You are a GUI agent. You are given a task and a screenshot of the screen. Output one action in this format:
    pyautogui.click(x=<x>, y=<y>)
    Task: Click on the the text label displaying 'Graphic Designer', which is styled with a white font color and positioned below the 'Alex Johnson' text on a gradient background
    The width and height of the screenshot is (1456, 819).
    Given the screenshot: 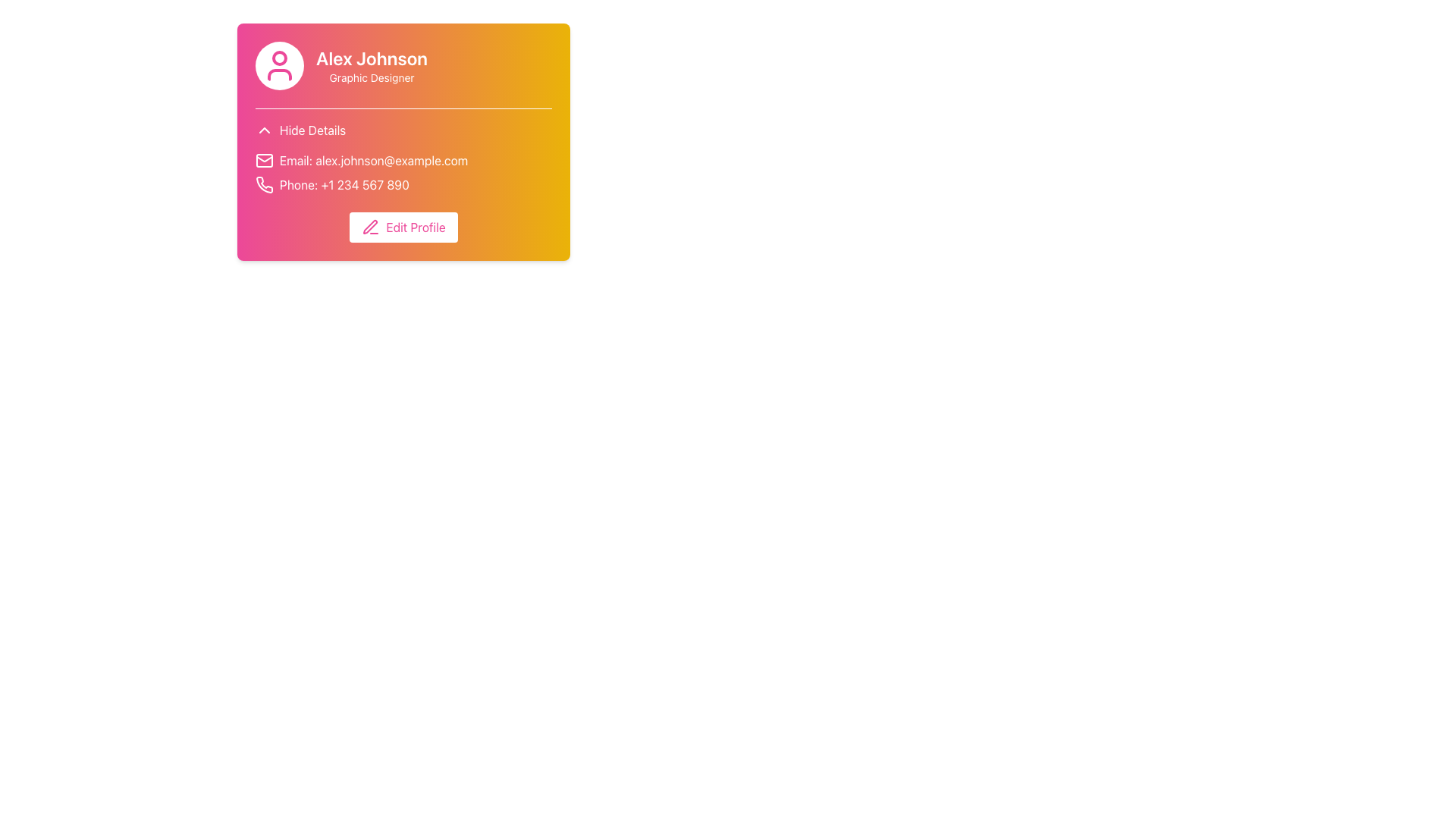 What is the action you would take?
    pyautogui.click(x=372, y=78)
    